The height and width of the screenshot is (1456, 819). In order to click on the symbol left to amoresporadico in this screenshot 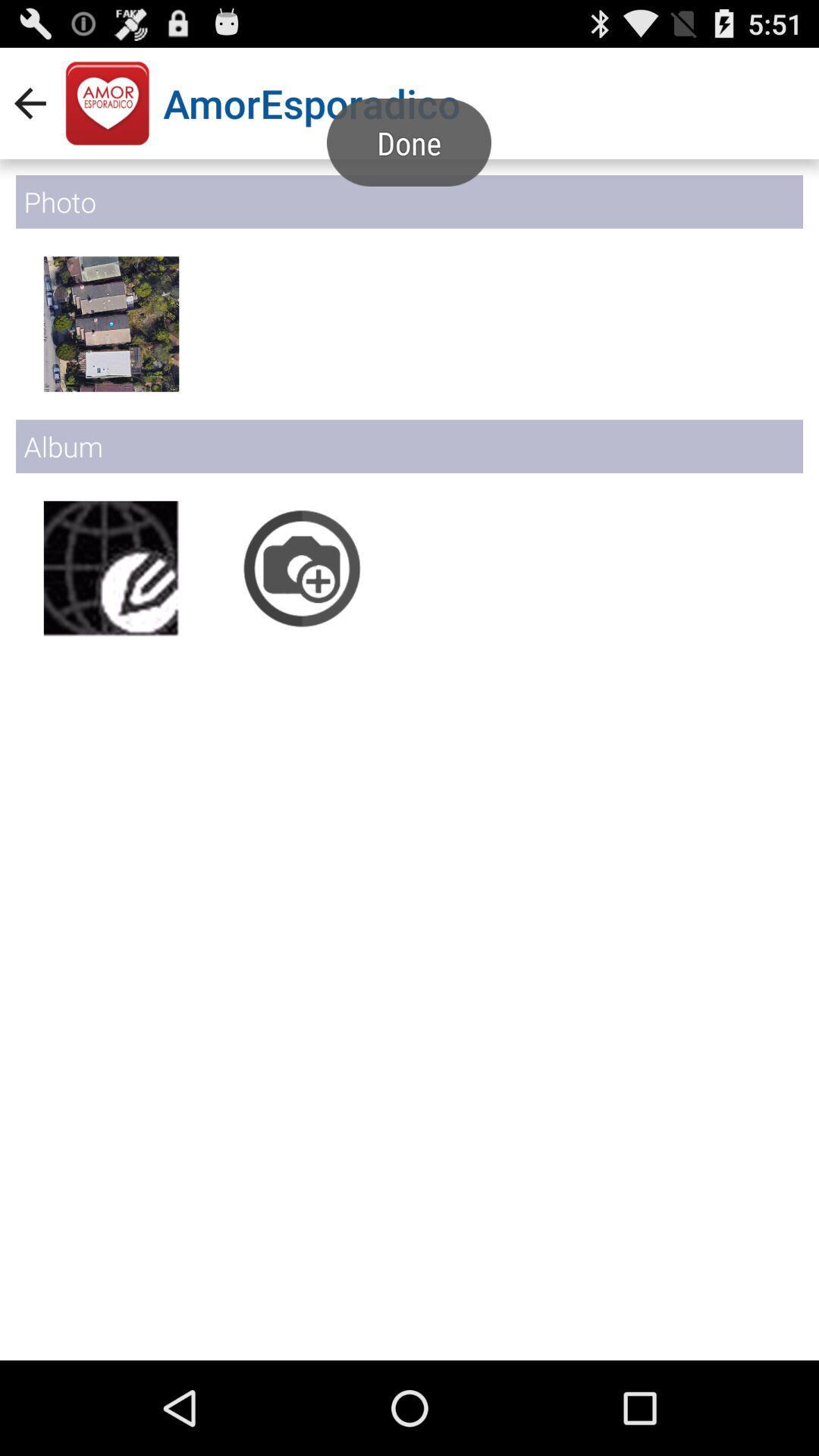, I will do `click(107, 103)`.